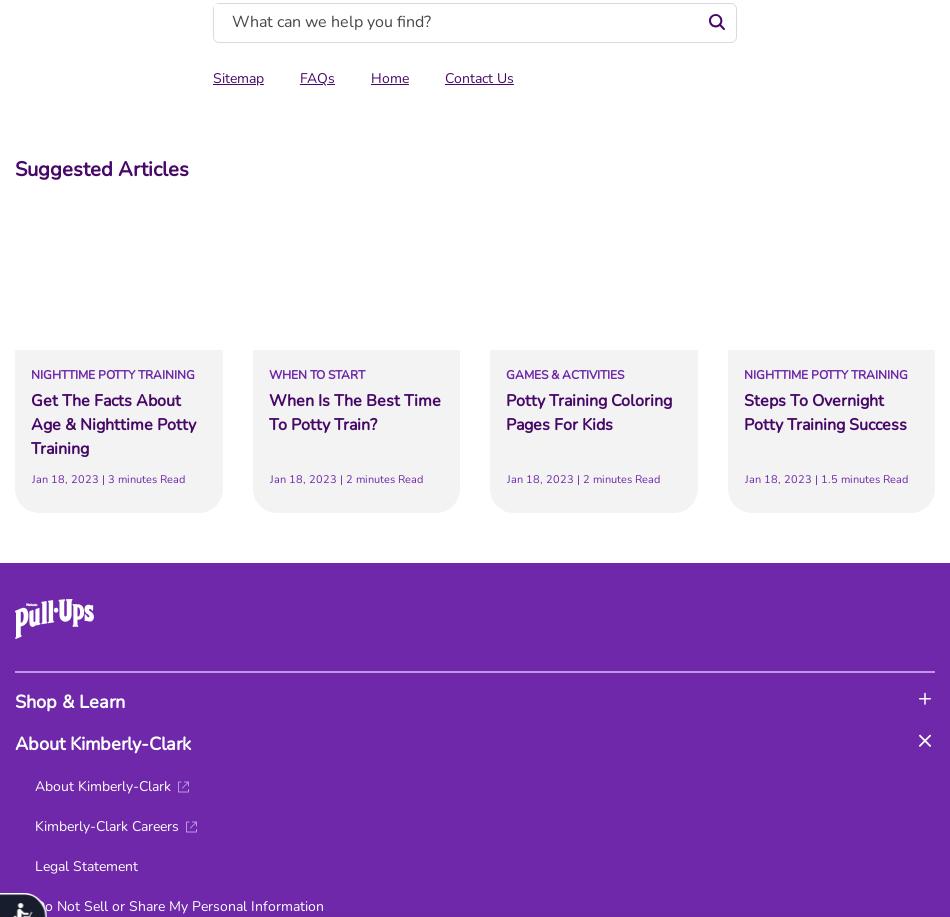 Image resolution: width=950 pixels, height=917 pixels. I want to click on 'Shop & Learn', so click(15, 701).